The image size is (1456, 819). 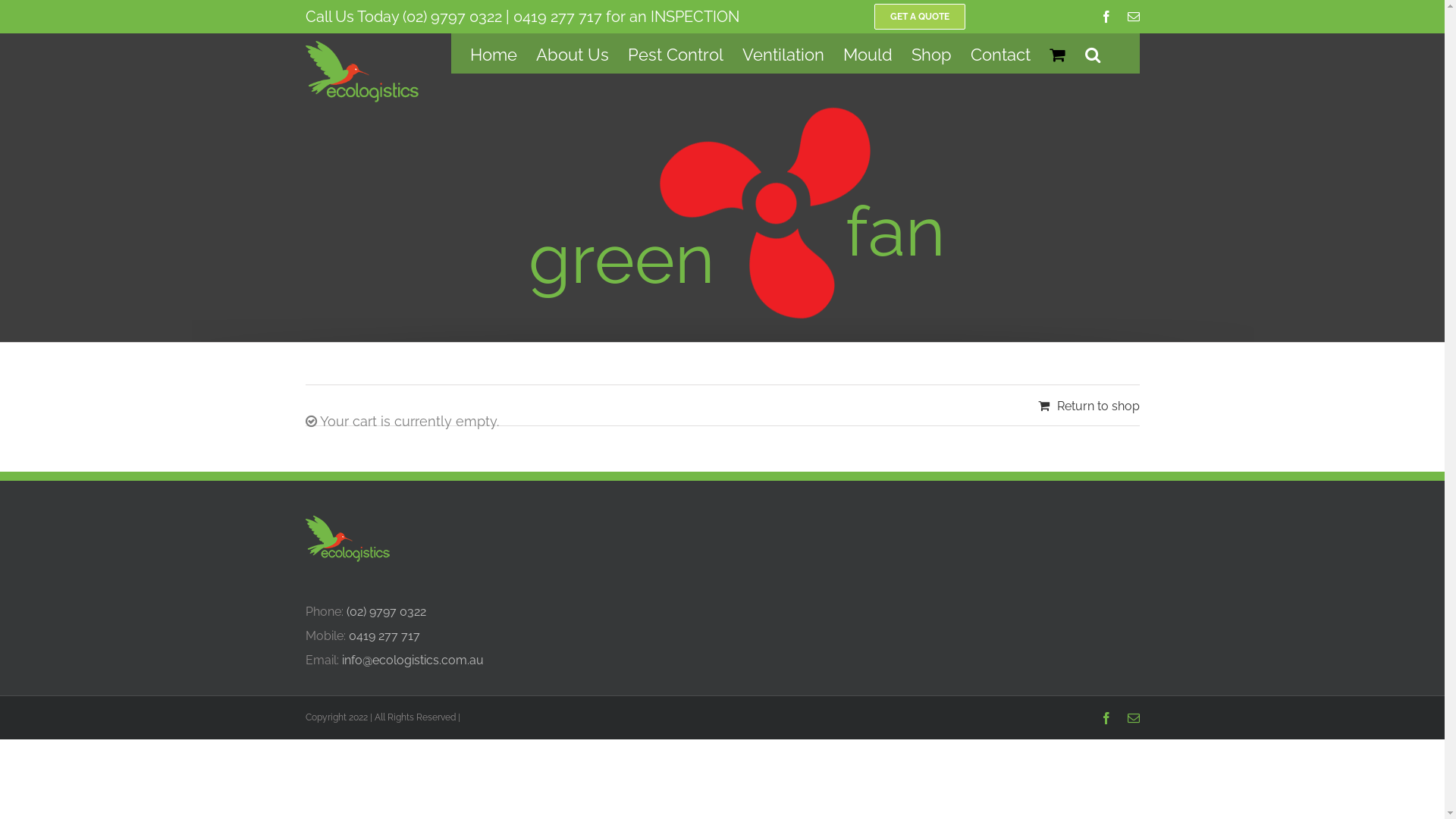 I want to click on 'Search', so click(x=1092, y=52).